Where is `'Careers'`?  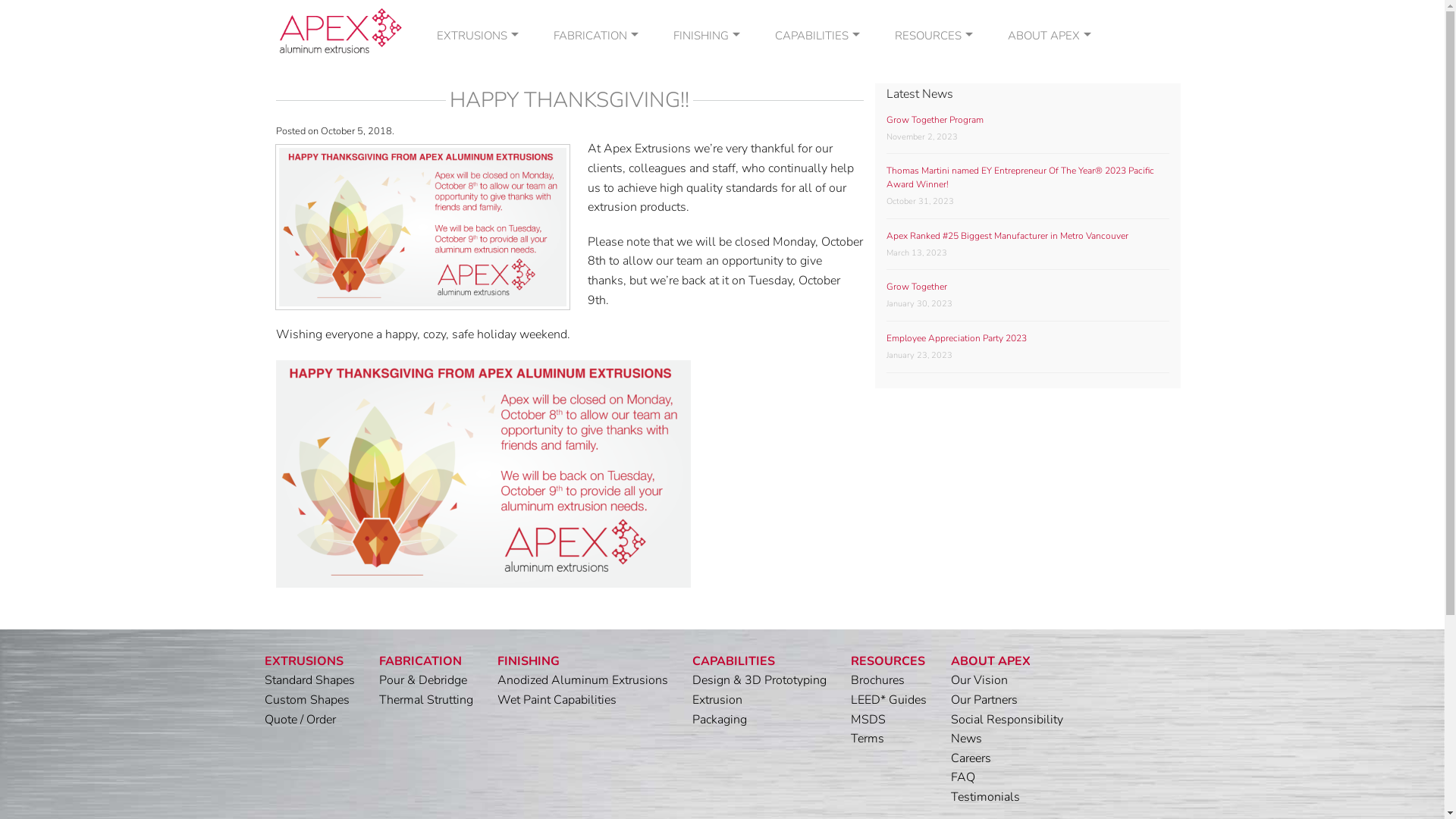 'Careers' is located at coordinates (971, 758).